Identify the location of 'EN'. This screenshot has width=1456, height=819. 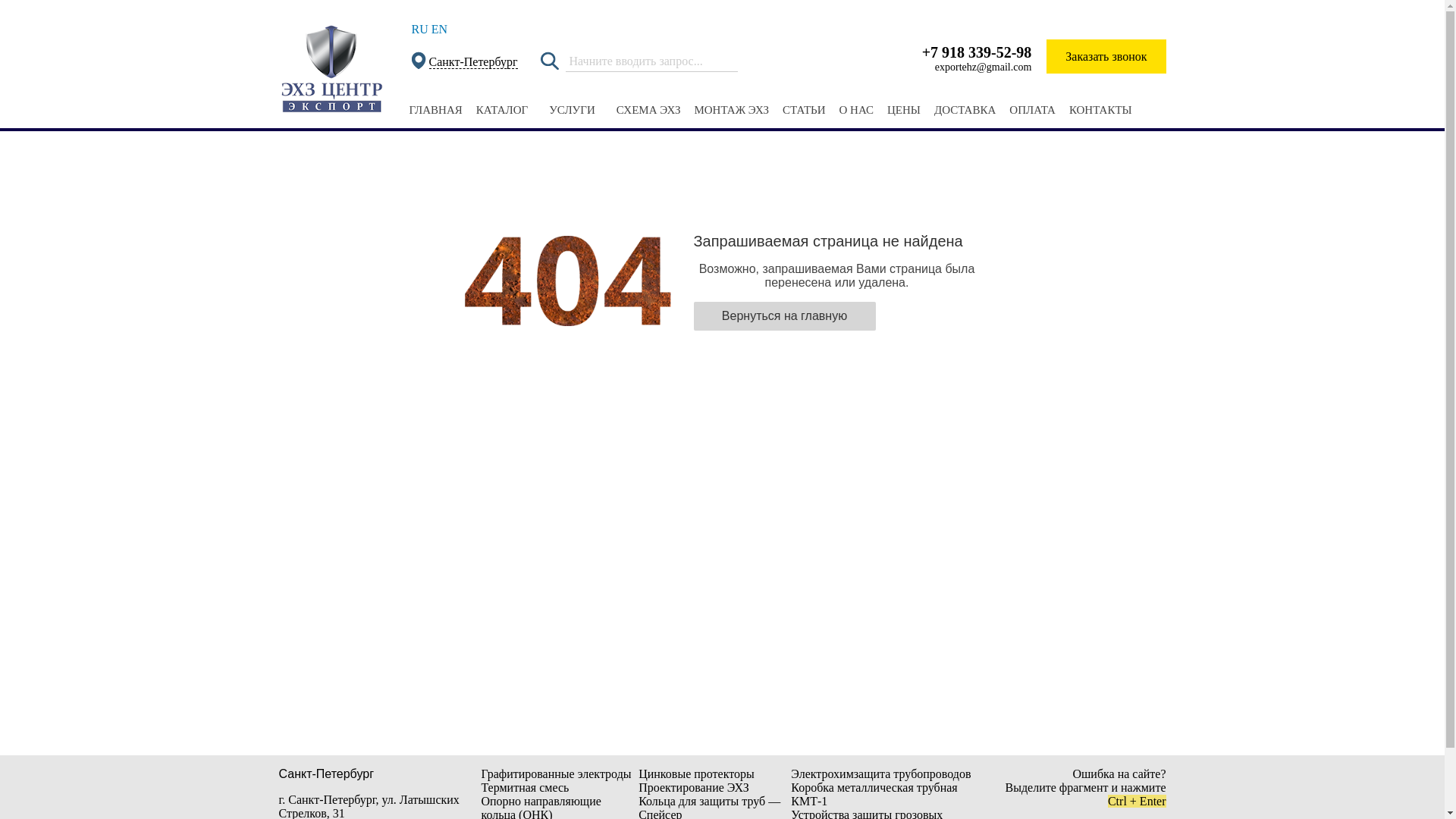
(438, 29).